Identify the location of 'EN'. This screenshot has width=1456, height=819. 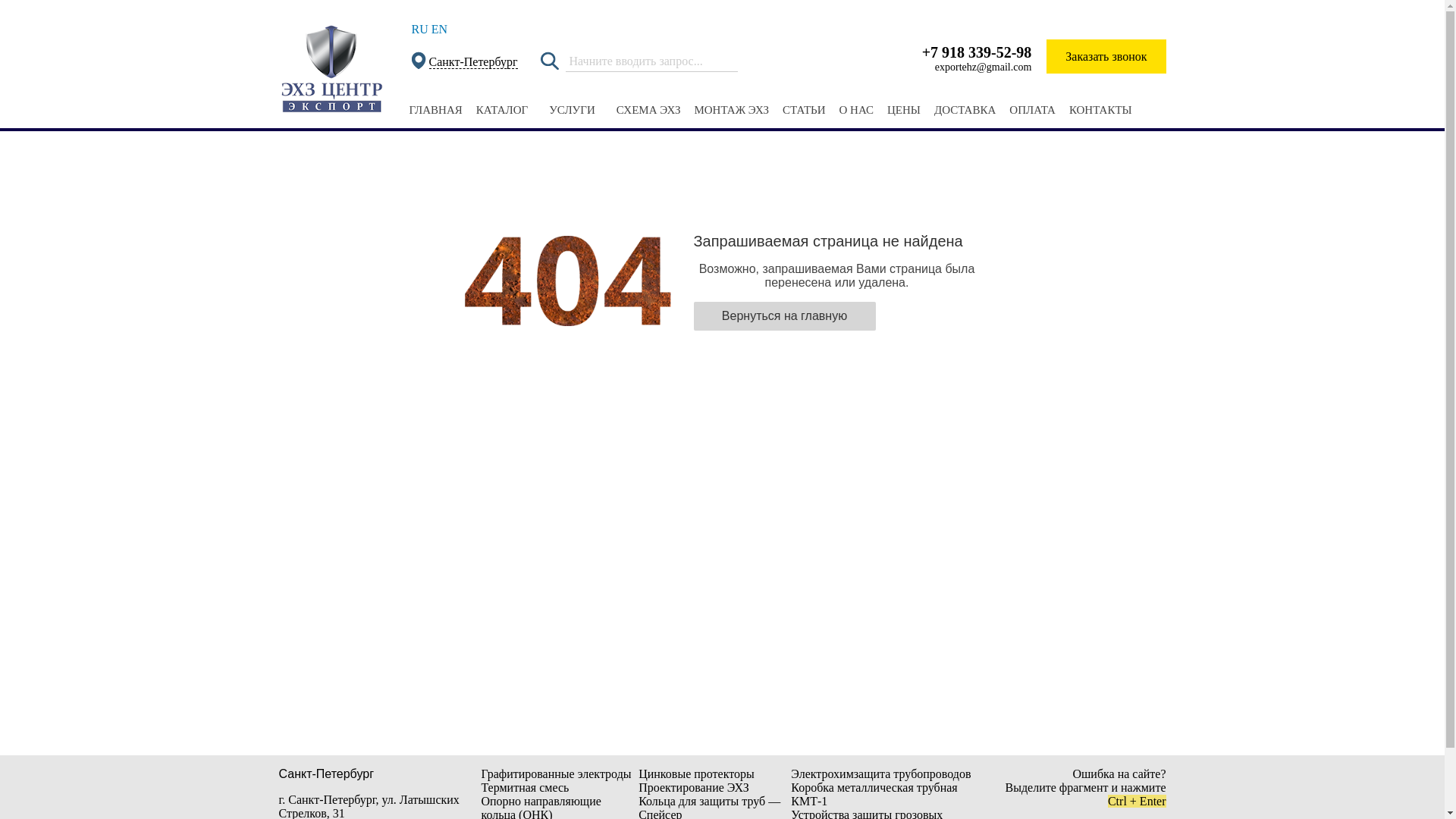
(438, 29).